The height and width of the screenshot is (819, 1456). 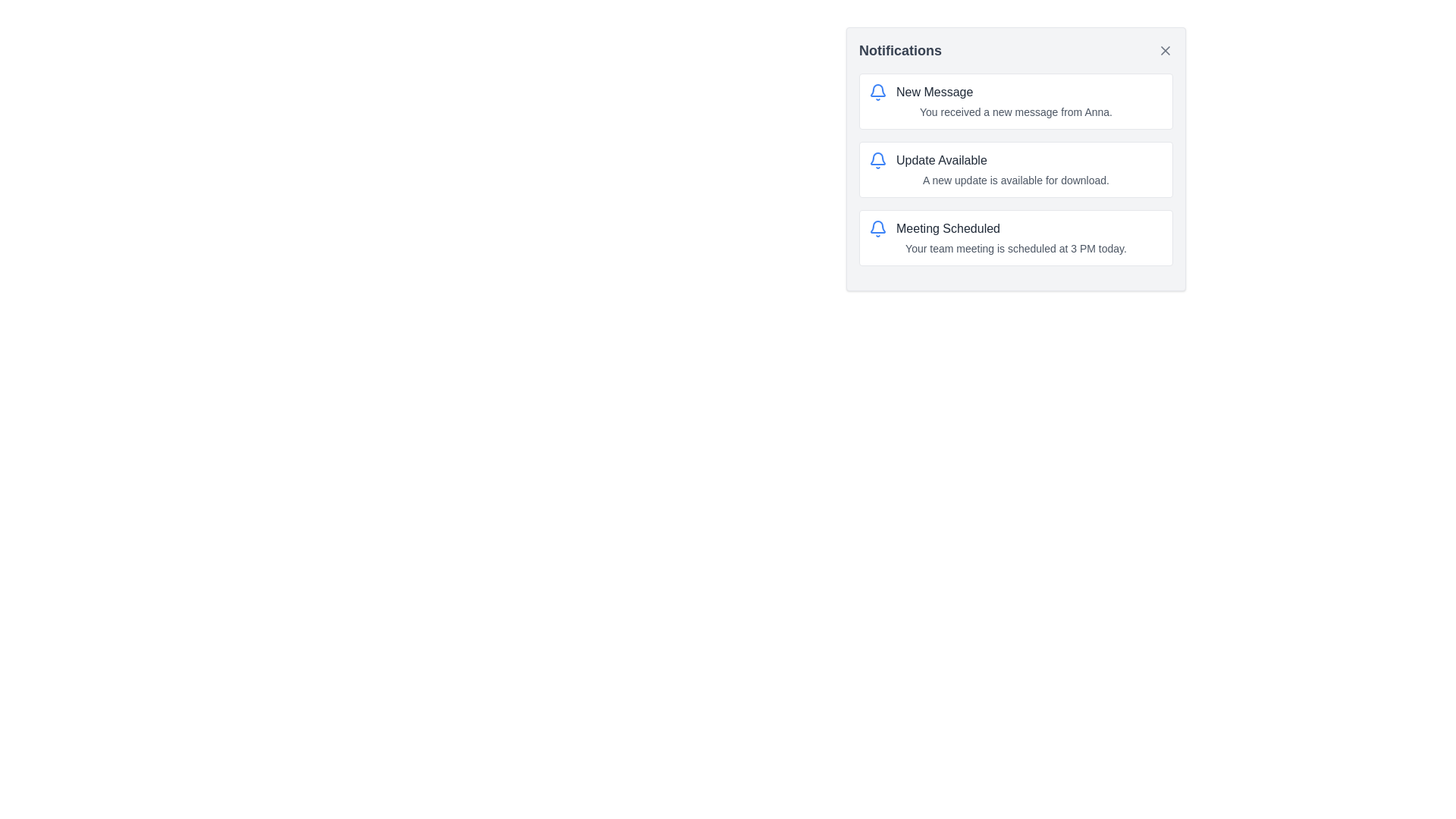 What do you see at coordinates (1015, 180) in the screenshot?
I see `the text label that reads 'A new update is available for download.' which is located below the bold header 'Update Available' within the notification unit` at bounding box center [1015, 180].